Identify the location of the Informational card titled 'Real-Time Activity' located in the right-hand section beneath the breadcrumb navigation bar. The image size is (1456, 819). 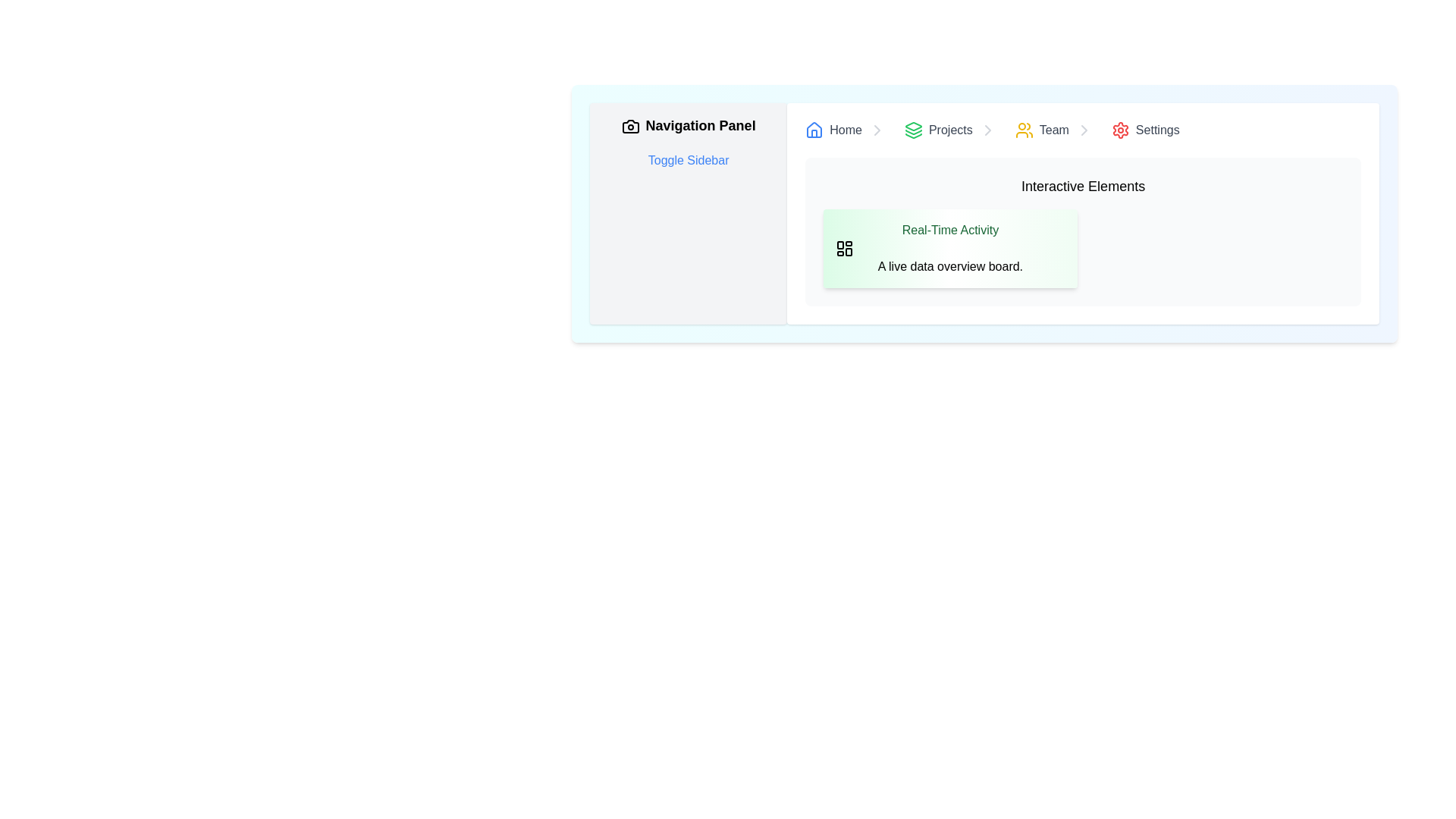
(1082, 231).